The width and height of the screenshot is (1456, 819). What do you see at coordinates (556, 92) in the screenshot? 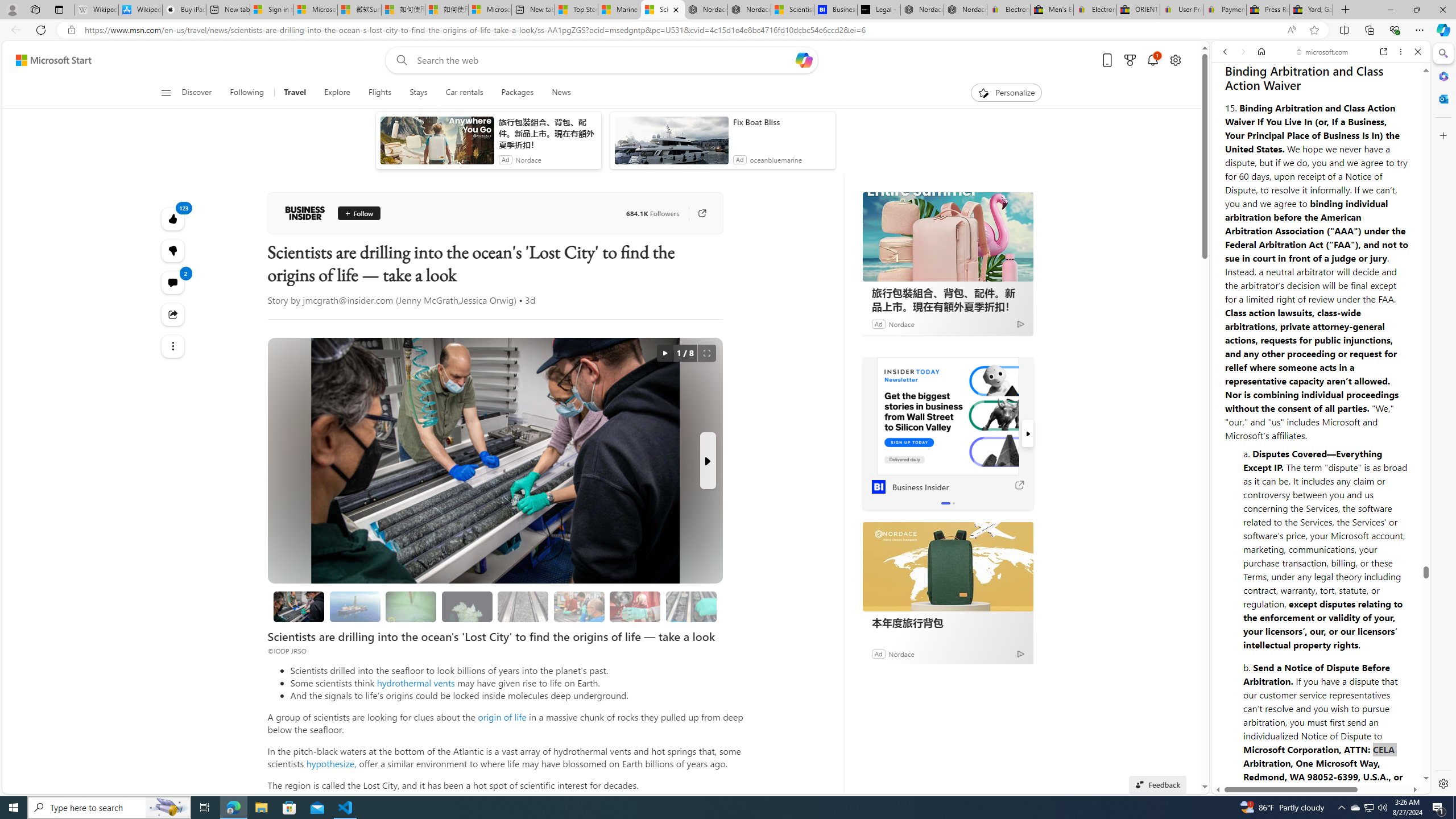
I see `'News'` at bounding box center [556, 92].